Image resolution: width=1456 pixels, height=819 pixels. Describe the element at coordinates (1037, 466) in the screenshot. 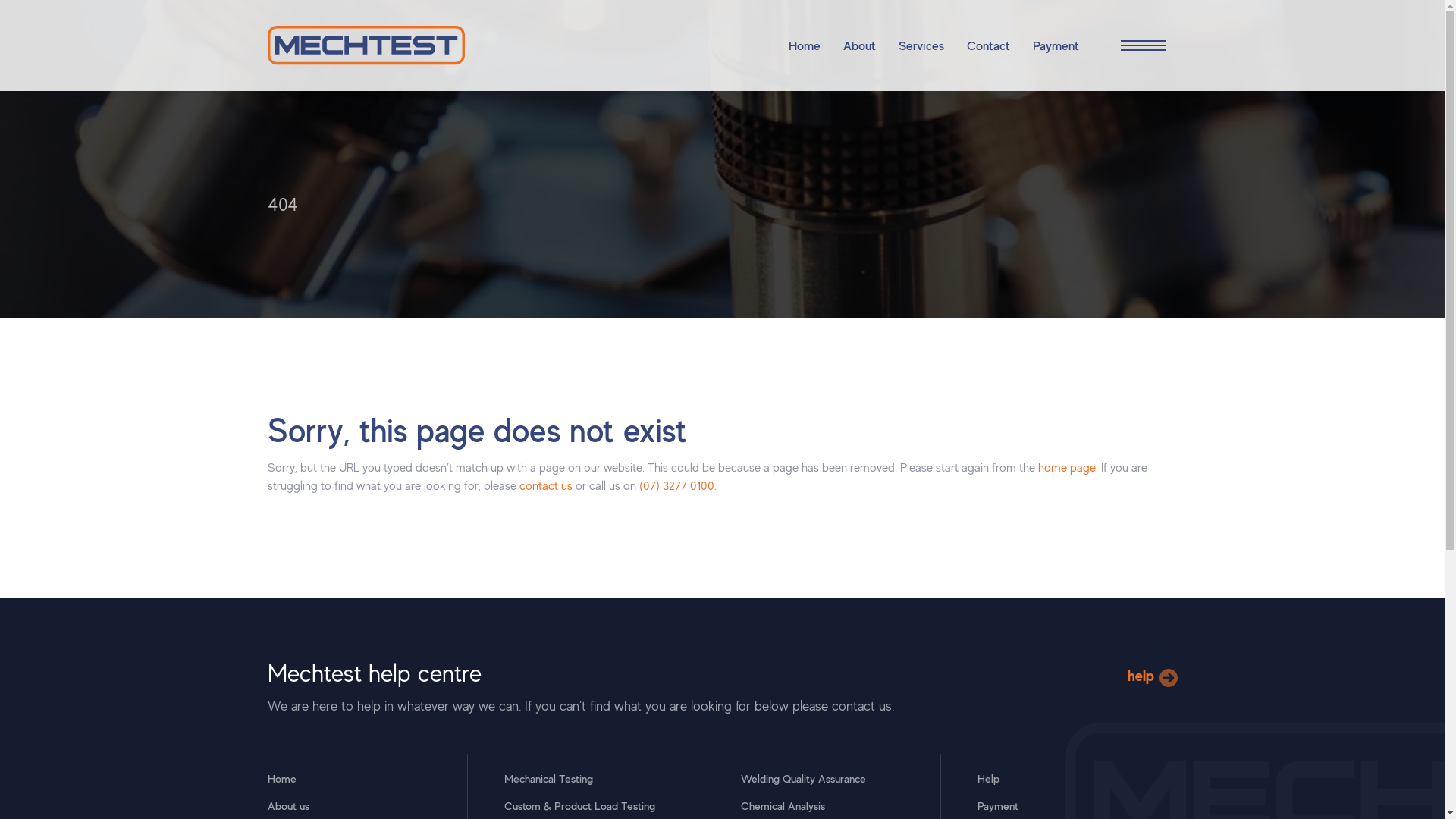

I see `'home page'` at that location.